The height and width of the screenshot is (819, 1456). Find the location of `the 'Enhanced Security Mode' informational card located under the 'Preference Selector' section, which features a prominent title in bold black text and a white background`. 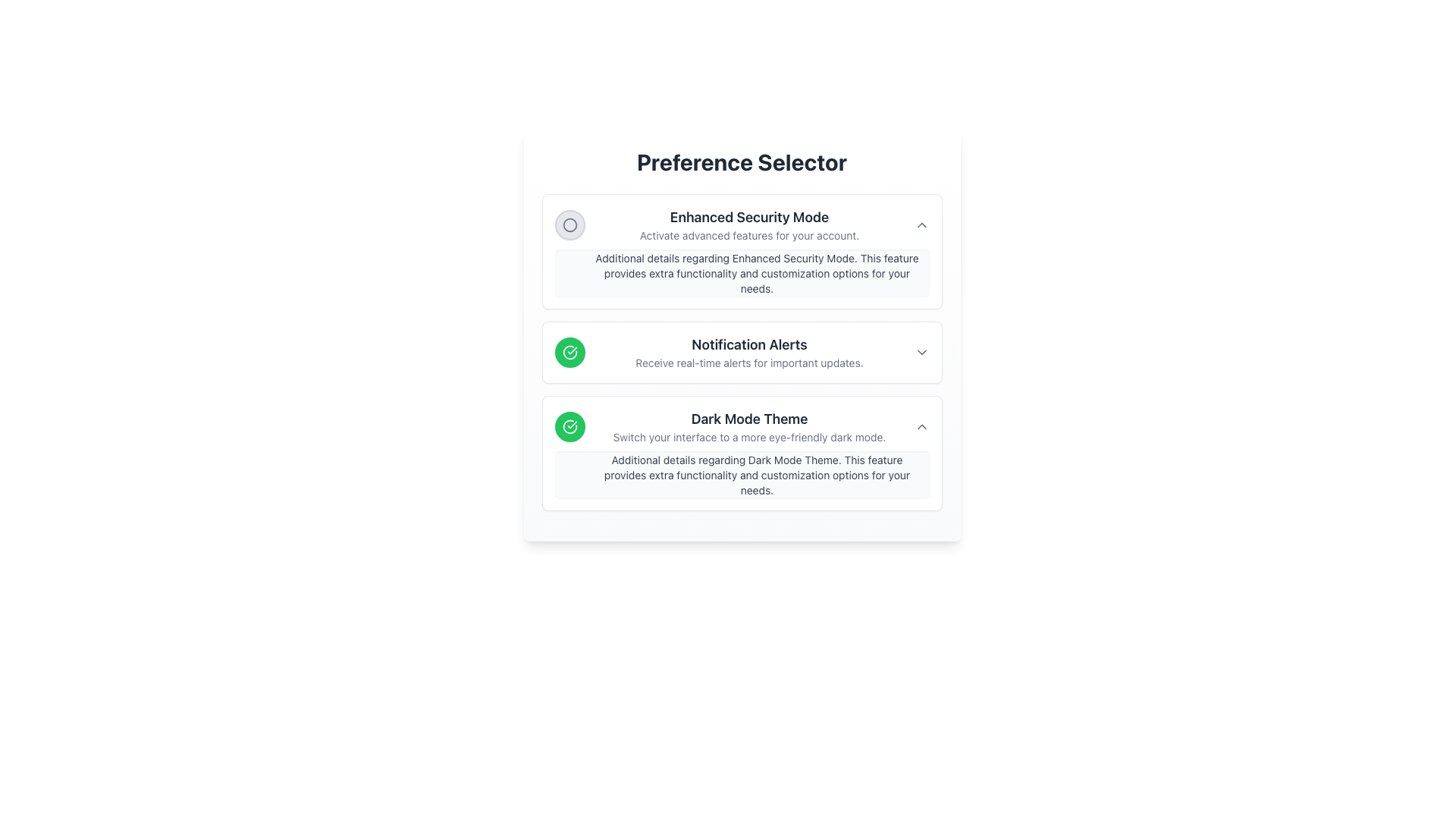

the 'Enhanced Security Mode' informational card located under the 'Preference Selector' section, which features a prominent title in bold black text and a white background is located at coordinates (742, 250).